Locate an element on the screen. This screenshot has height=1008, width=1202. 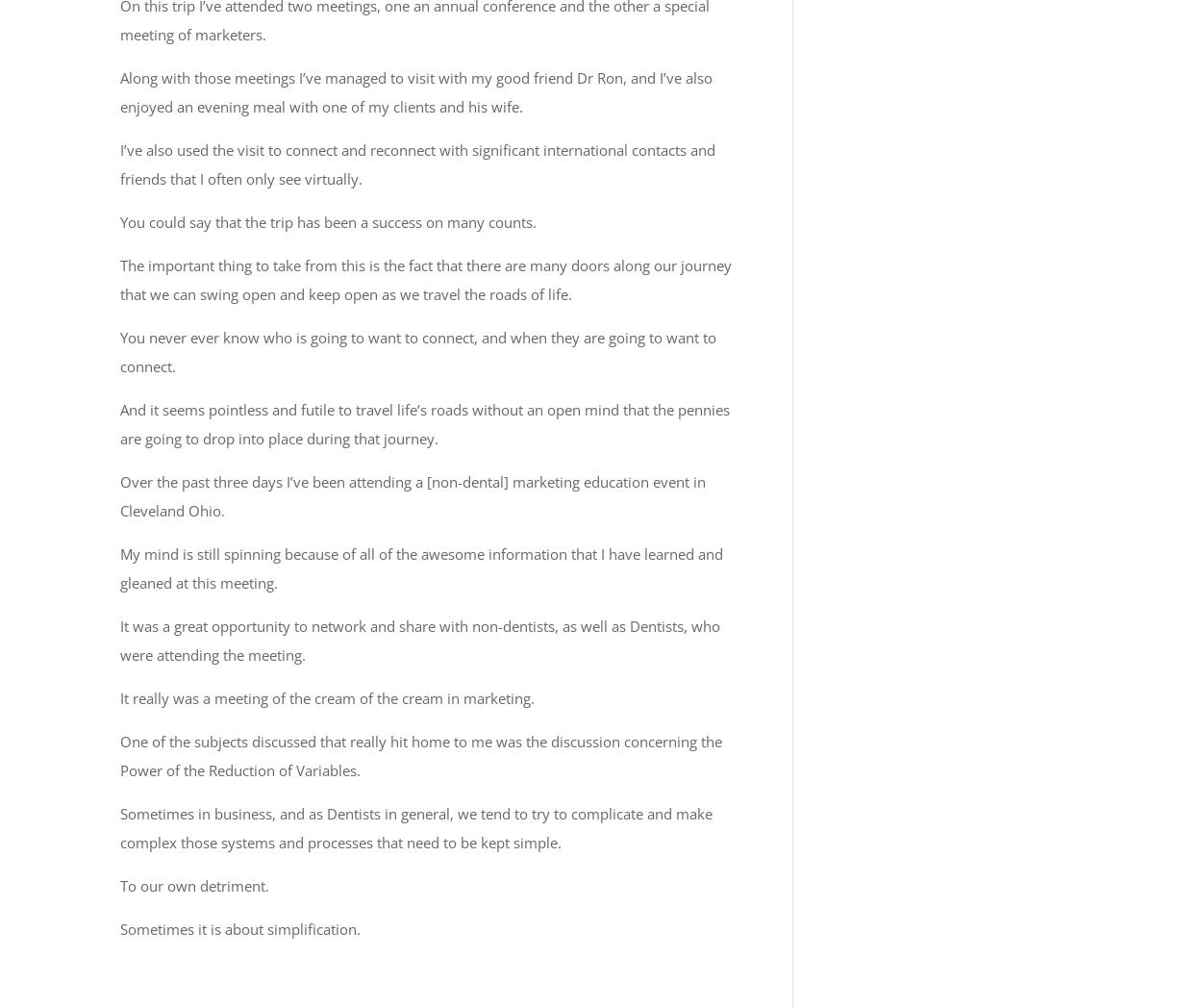
'It really was a meeting of the cream of the cream in marketing.' is located at coordinates (326, 696).